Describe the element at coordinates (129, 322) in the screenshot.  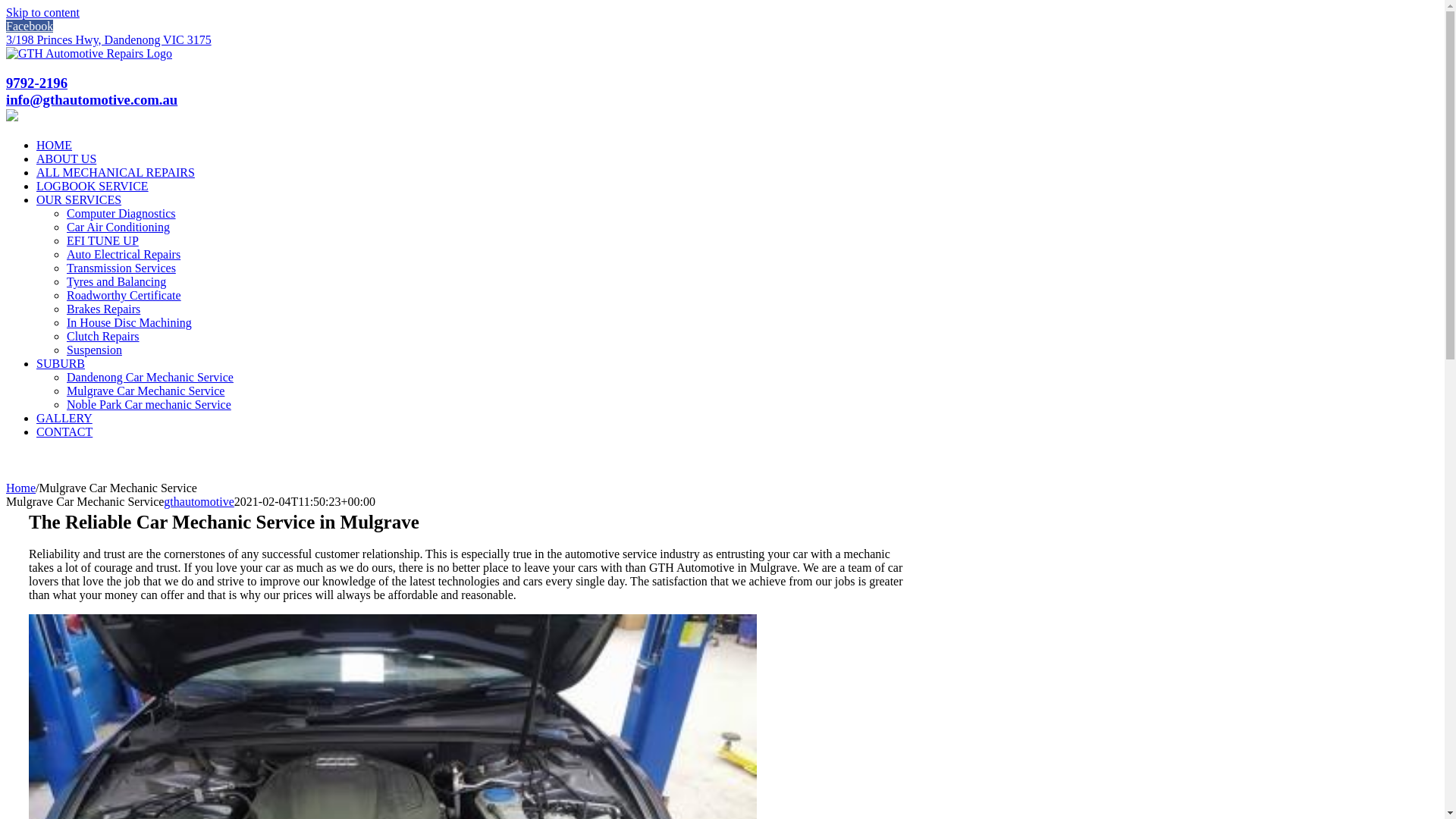
I see `'In House Disc Machining'` at that location.